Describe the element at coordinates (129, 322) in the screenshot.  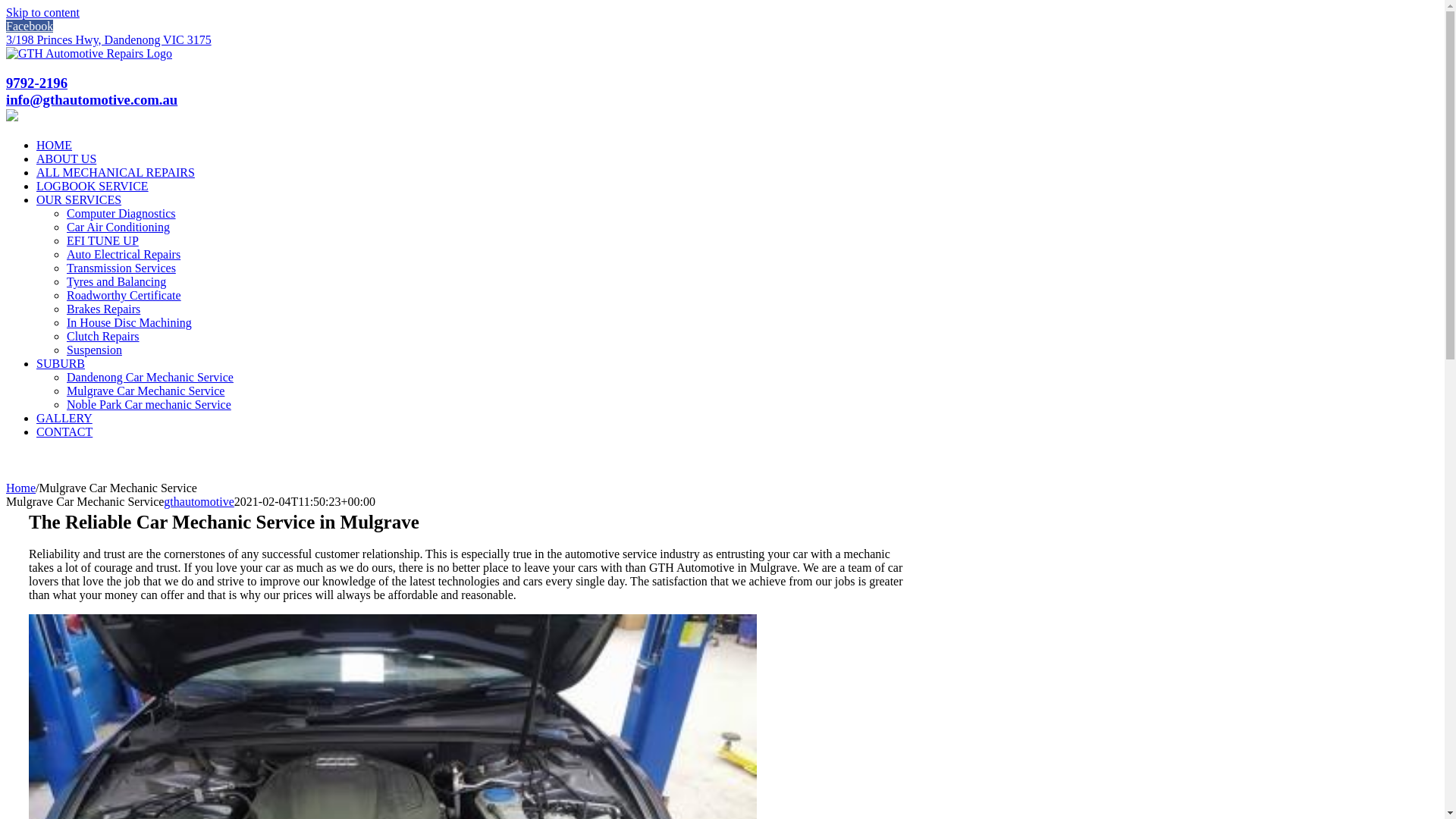
I see `'In House Disc Machining'` at that location.